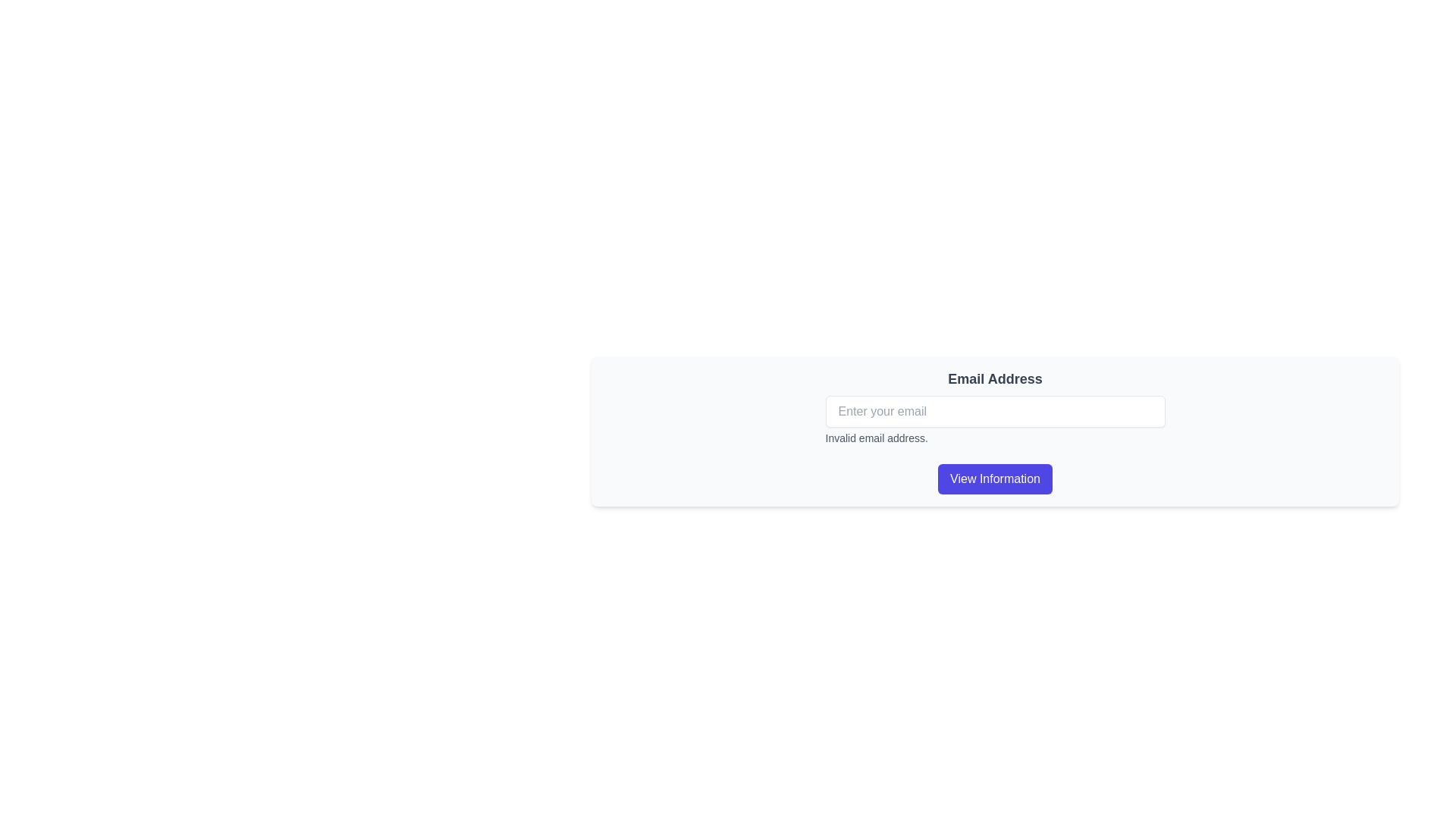  What do you see at coordinates (877, 438) in the screenshot?
I see `the error message text label indicating that the entered email address is invalid, which is located directly beneath the 'Enter your email' input field` at bounding box center [877, 438].